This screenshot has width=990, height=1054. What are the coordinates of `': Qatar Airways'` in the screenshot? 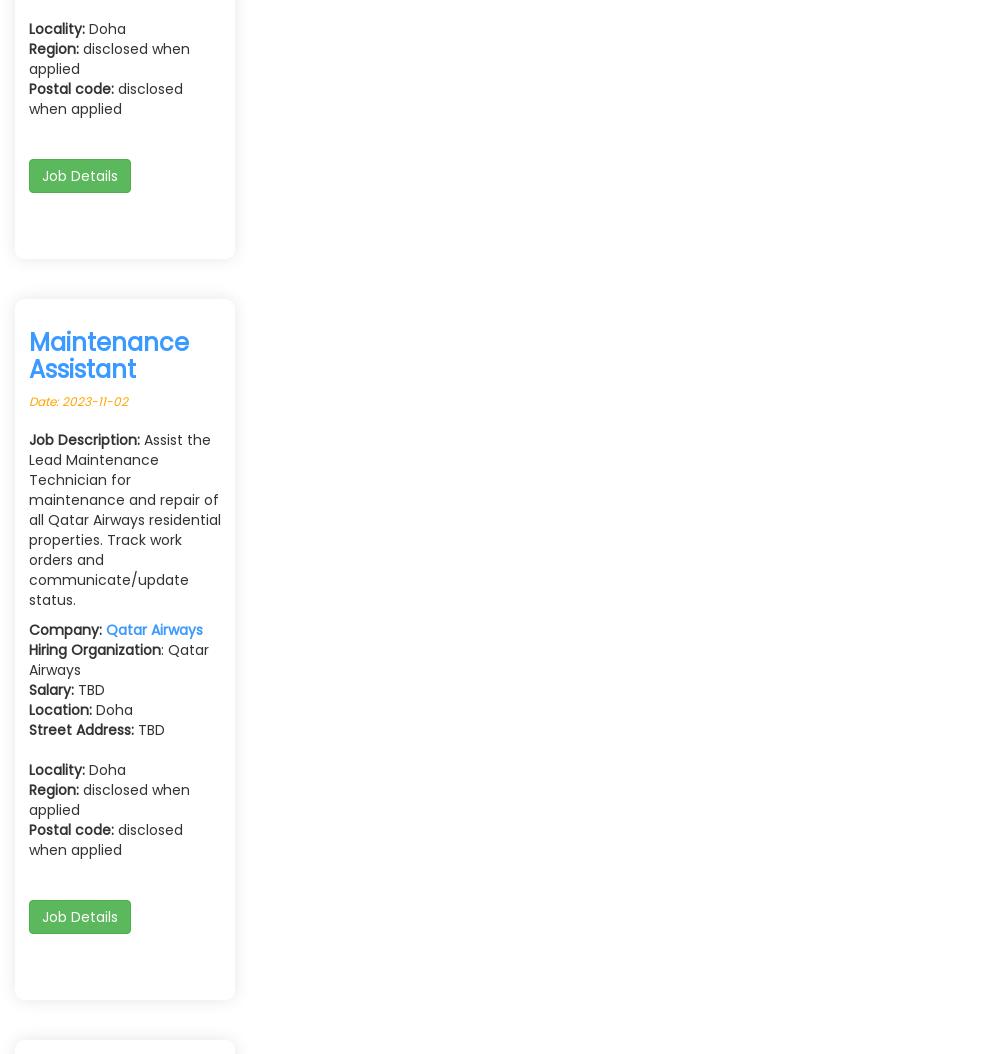 It's located at (28, 660).